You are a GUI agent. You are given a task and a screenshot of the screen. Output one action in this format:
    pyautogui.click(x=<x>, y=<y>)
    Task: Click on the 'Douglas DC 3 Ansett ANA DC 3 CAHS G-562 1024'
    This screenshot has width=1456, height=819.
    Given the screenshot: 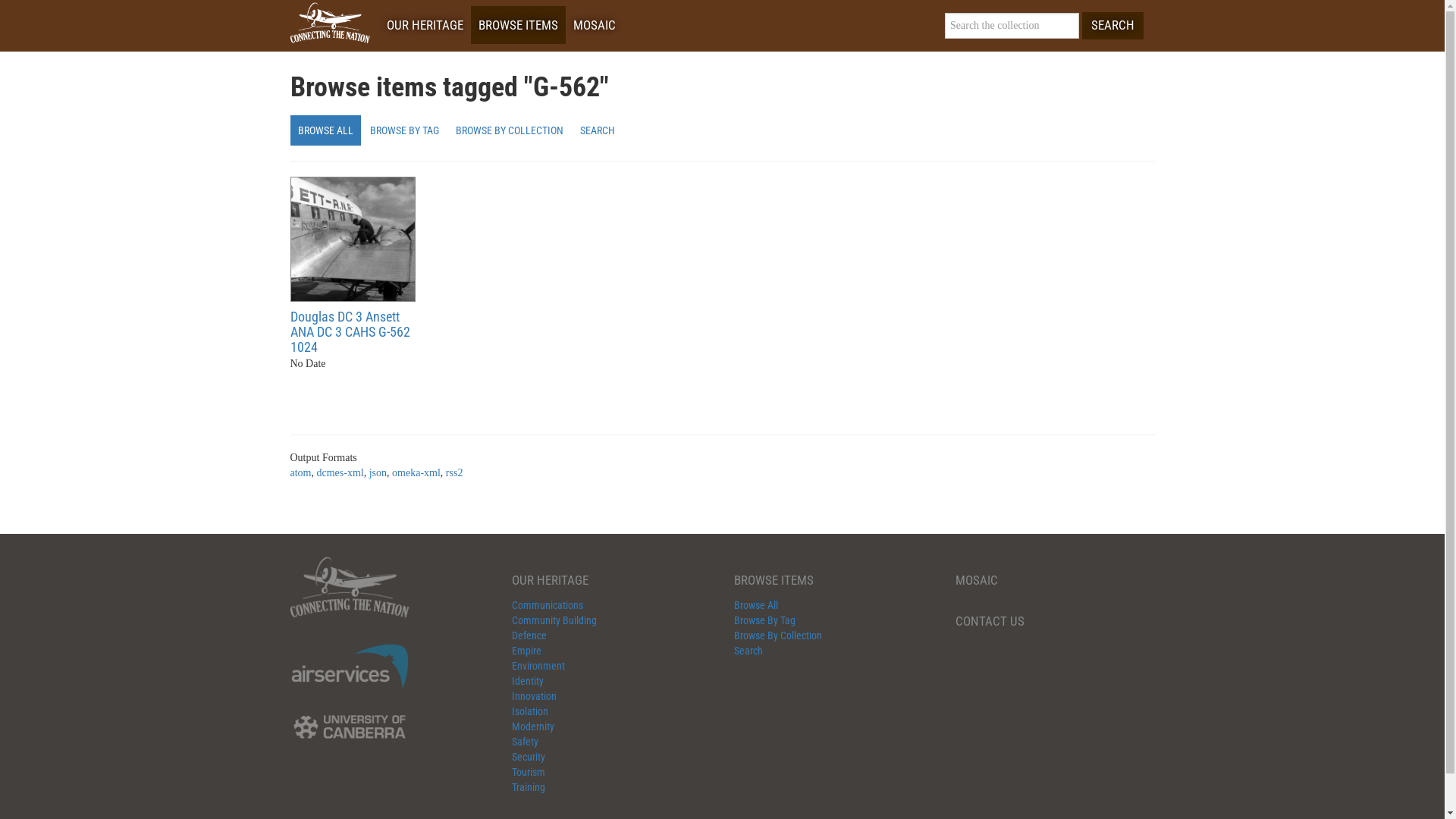 What is the action you would take?
    pyautogui.click(x=348, y=331)
    